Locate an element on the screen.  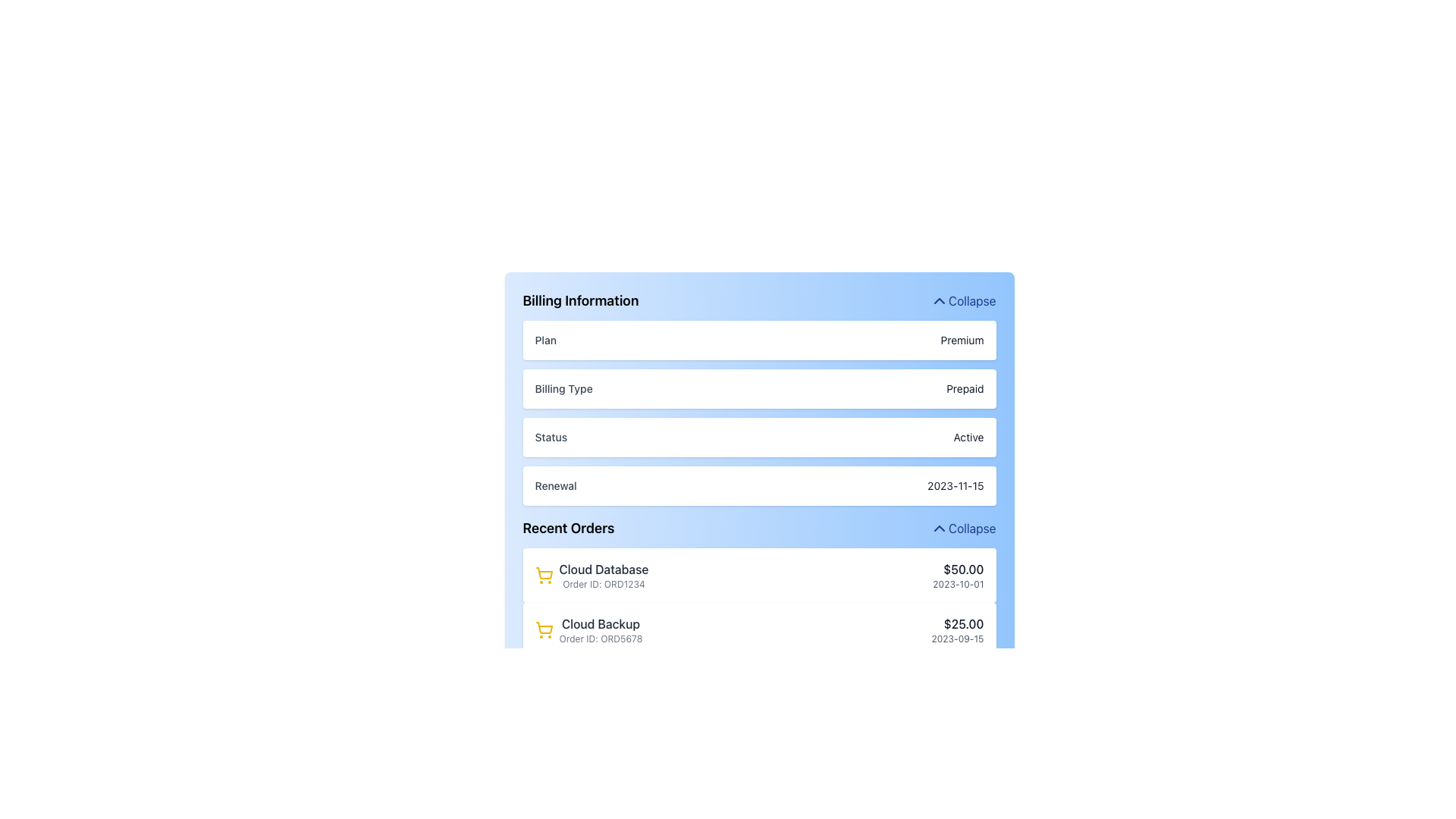
the 'Billing Type' display area in the 'Billing Information' section that shows 'Prepaid', which is the second element in the layout between 'Plan' and 'Status' is located at coordinates (759, 397).